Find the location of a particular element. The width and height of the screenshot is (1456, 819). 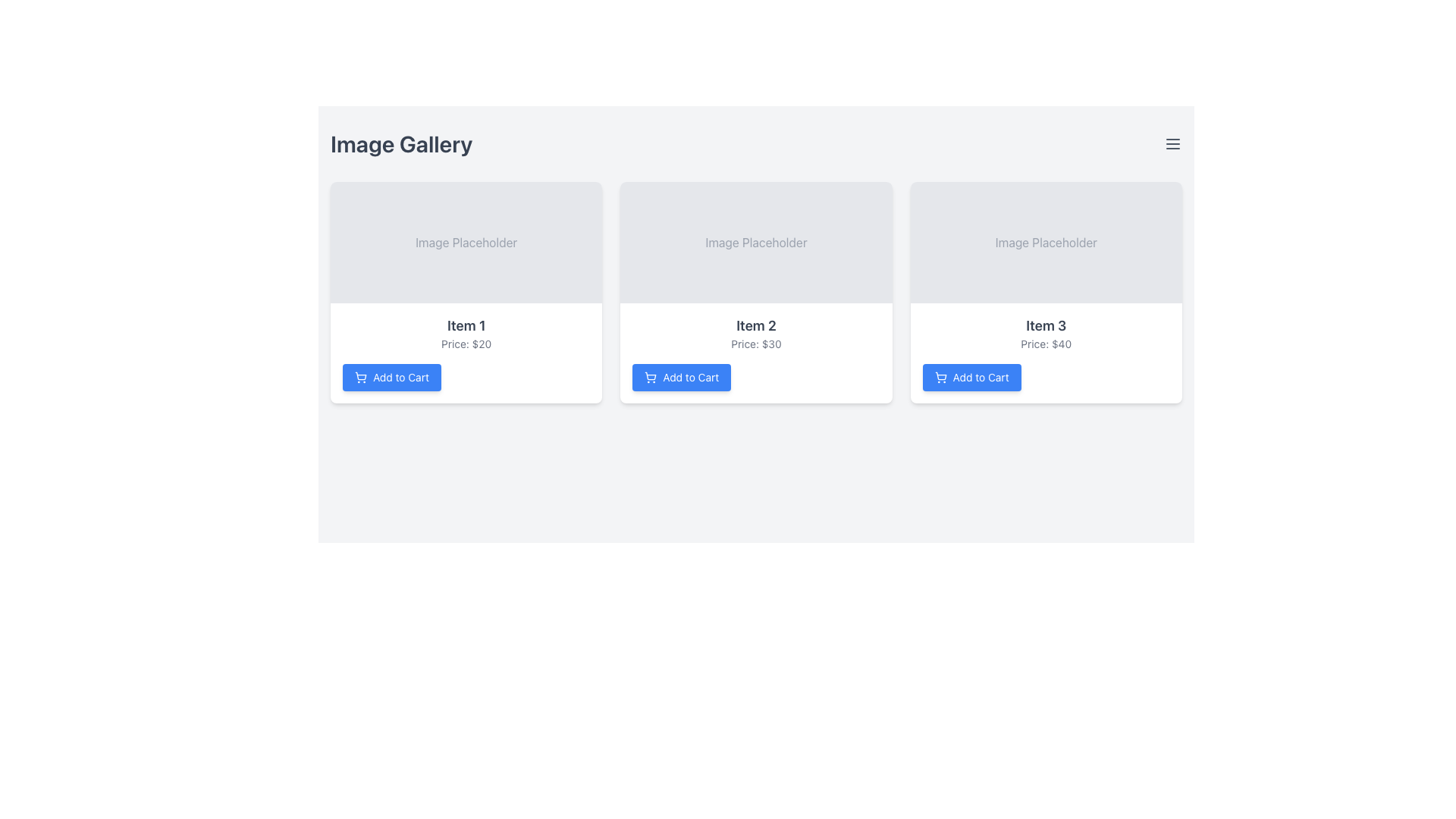

the text label 'Item 3', which is styled with a larger font size and bold text, positioned above the price information and the 'Add to Cart' button in the card for the third item is located at coordinates (1045, 325).